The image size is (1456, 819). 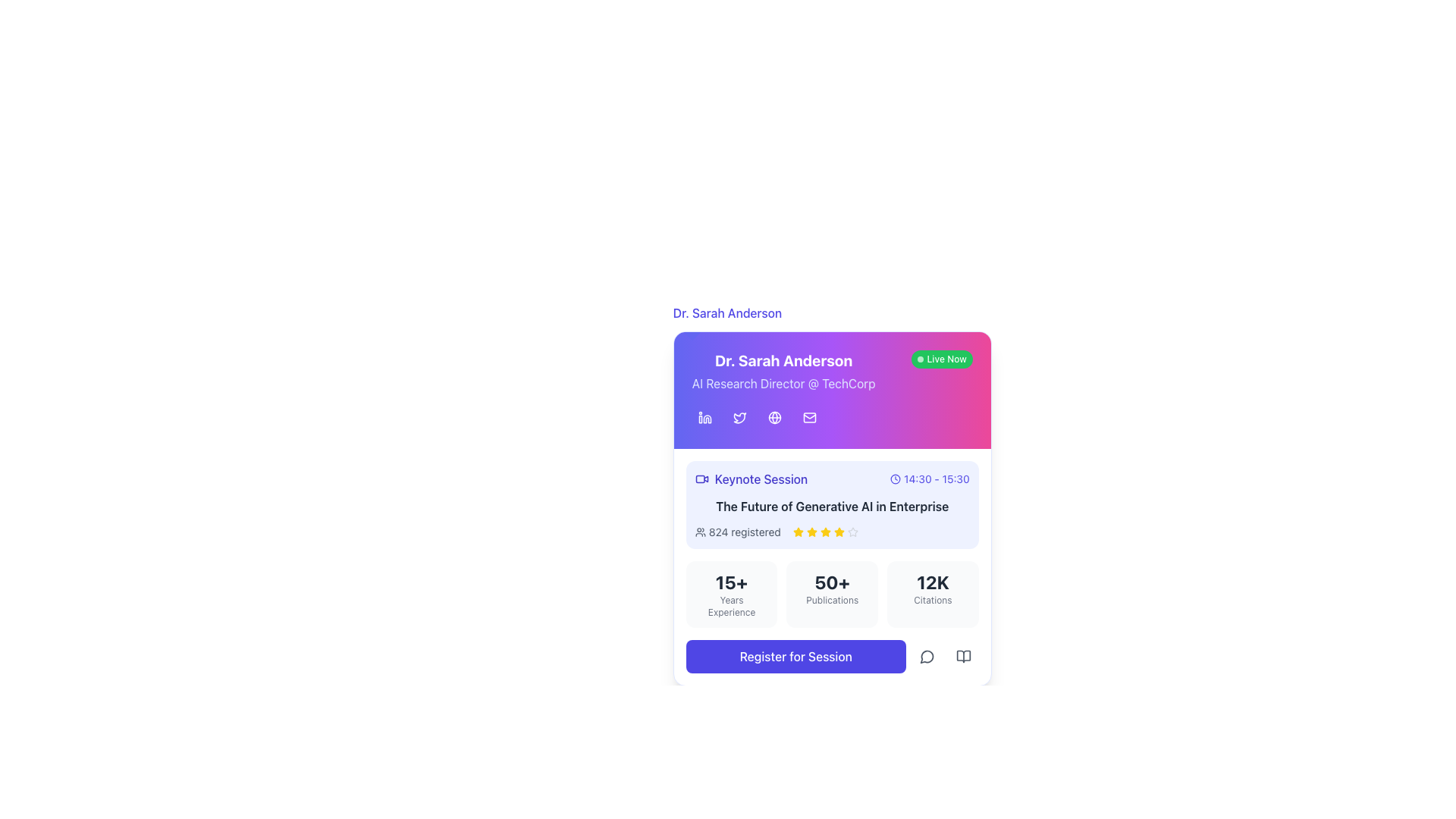 I want to click on the Display block displaying the statistic '12K' with the lower text 'Citations', located in the third column of the grid layout at the bottom right of the card, so click(x=932, y=593).